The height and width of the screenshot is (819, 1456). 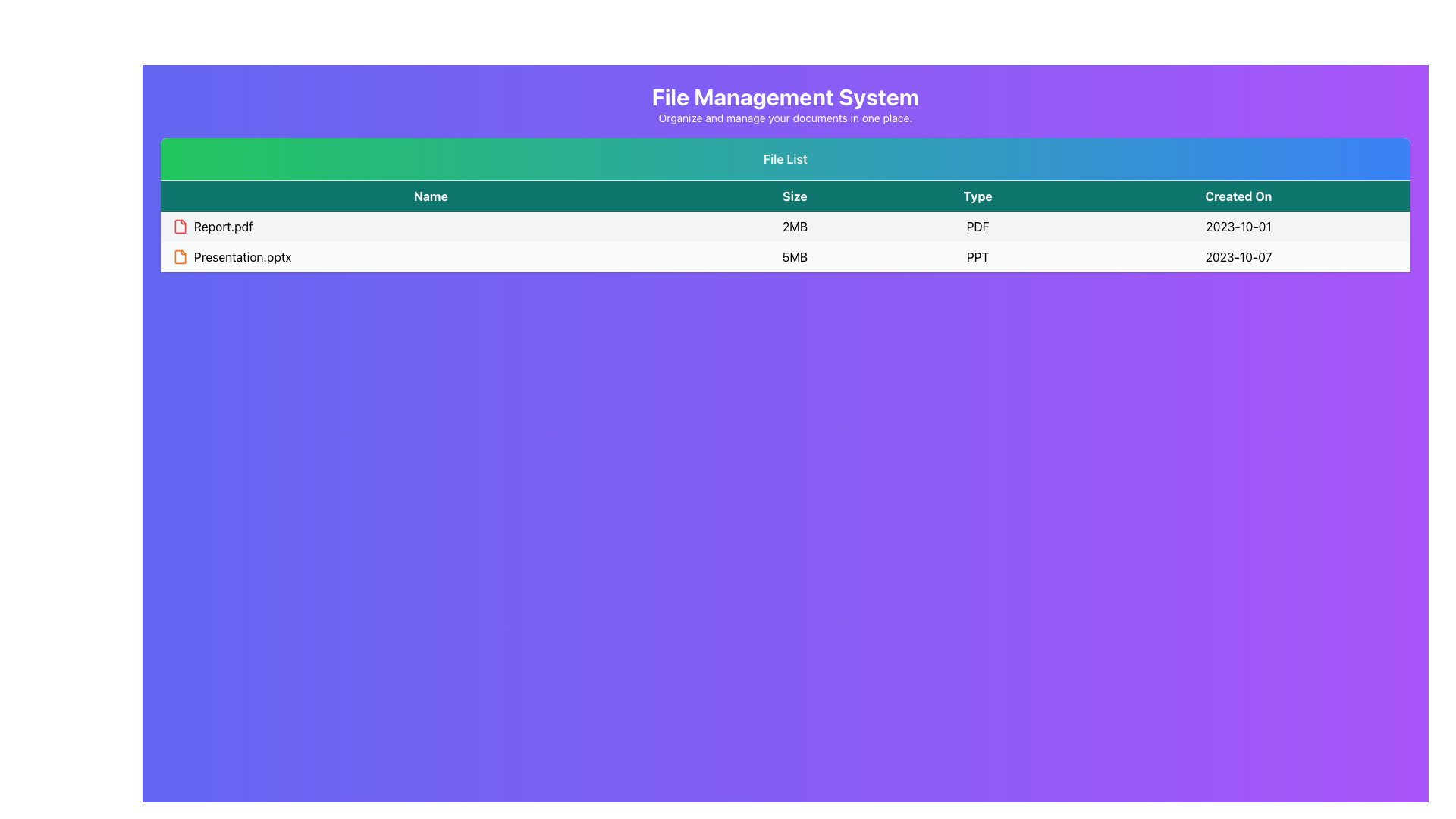 I want to click on the text label displaying '5MB' that represents the size of the file 'Presentation.pptx' within the second row of the table under the 'Size' column, so click(x=794, y=256).